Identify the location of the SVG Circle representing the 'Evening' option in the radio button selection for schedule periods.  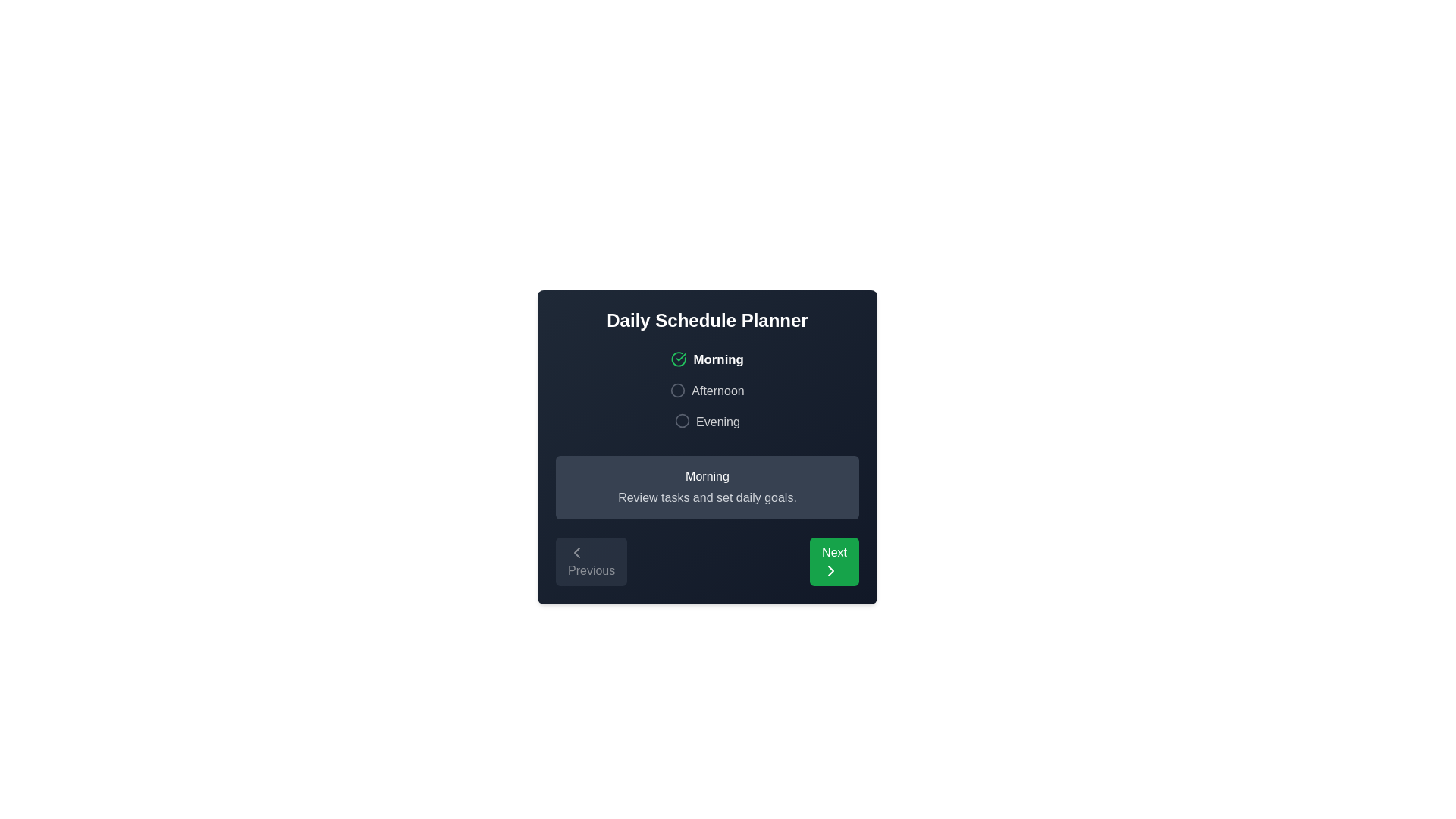
(682, 421).